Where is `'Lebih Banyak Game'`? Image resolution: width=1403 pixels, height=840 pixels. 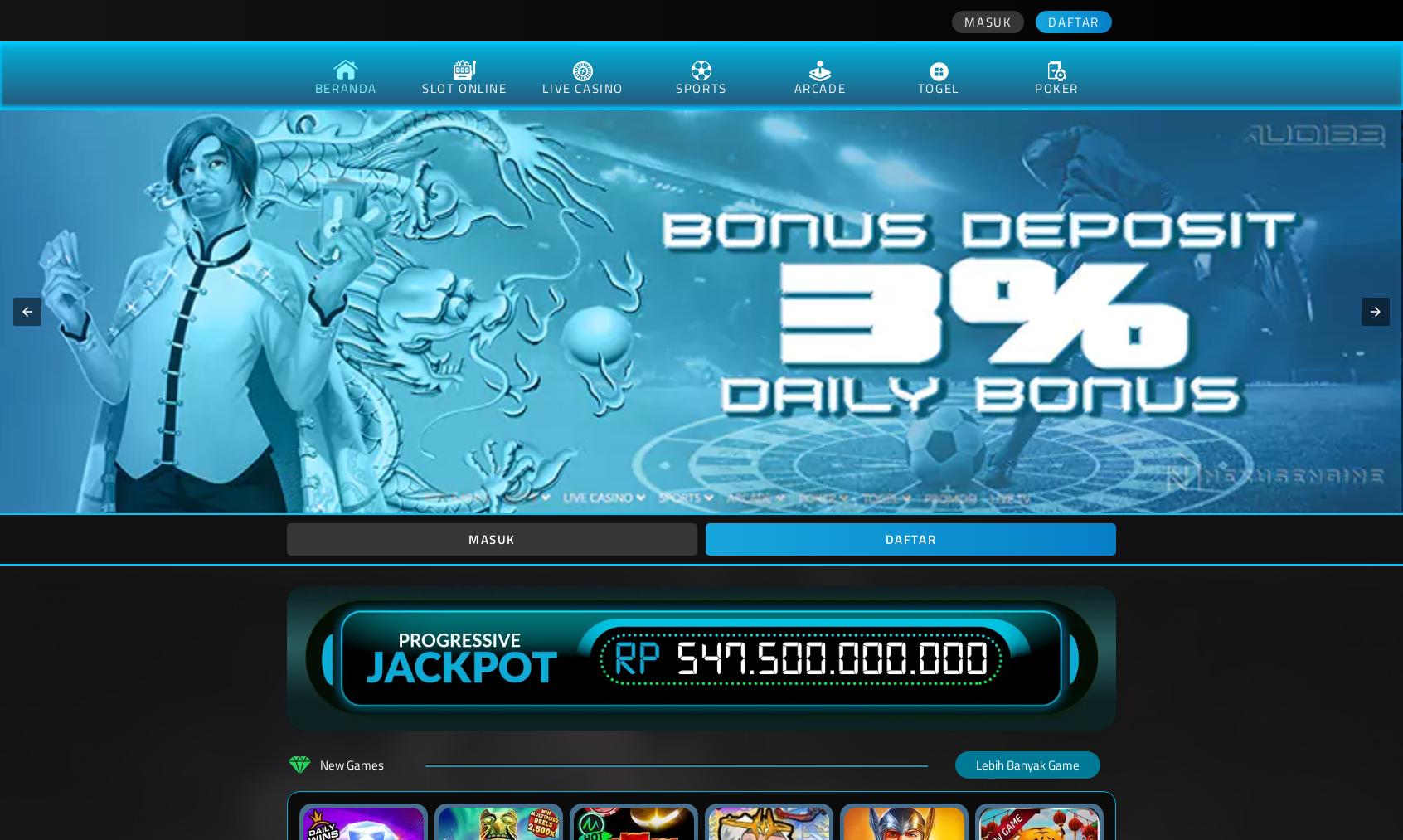 'Lebih Banyak Game' is located at coordinates (1027, 765).